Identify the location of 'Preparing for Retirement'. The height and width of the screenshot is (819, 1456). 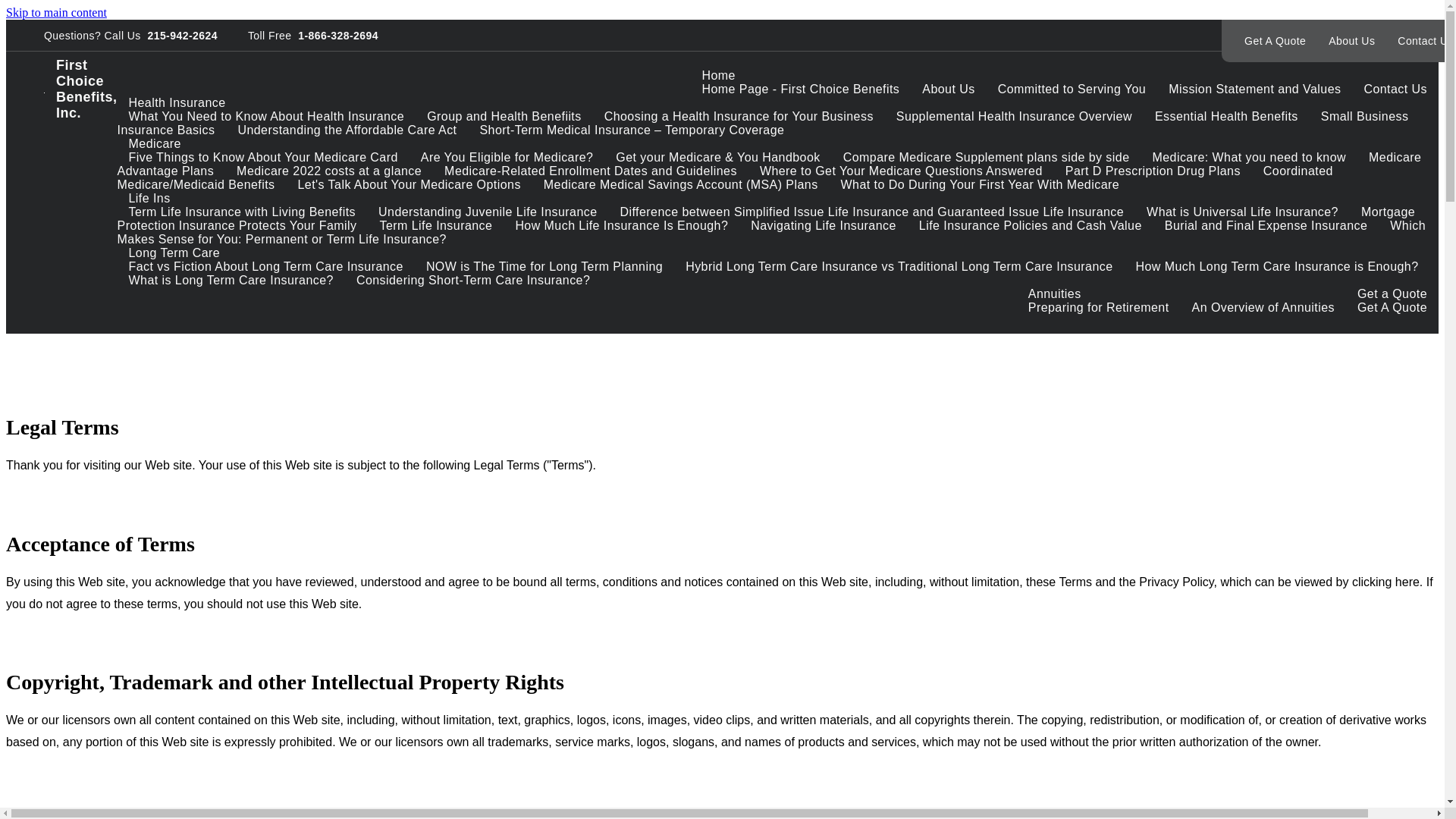
(1099, 307).